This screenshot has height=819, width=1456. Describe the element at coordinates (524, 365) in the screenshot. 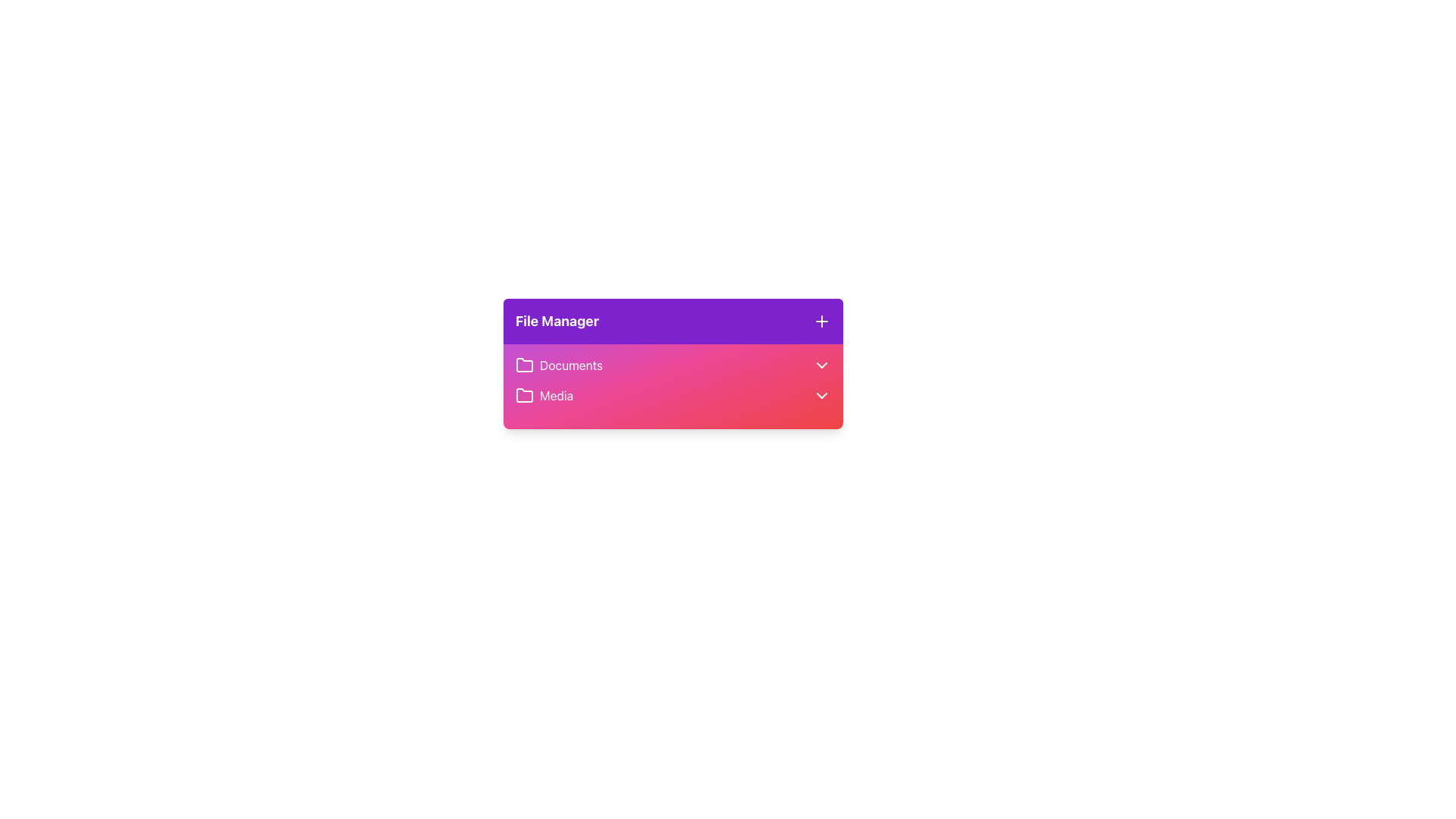

I see `the pink folder icon representing the 'Documents' section` at that location.